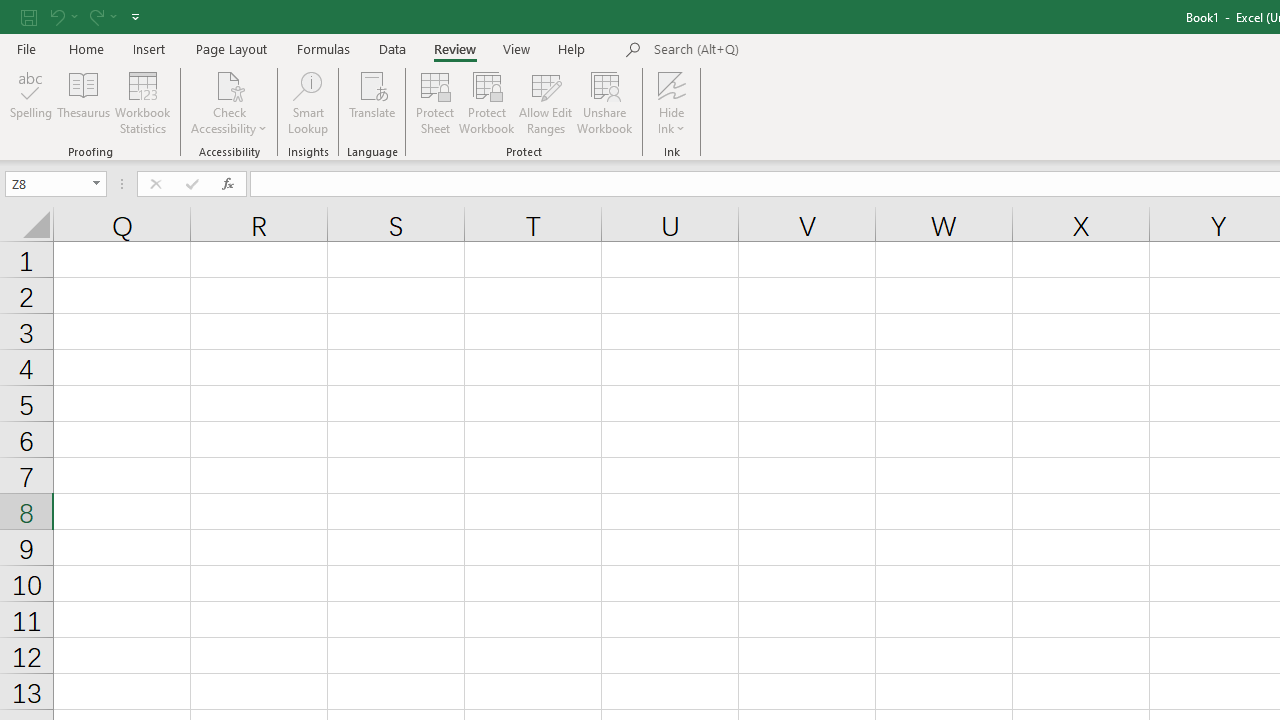  Describe the element at coordinates (307, 103) in the screenshot. I see `'Smart Lookup'` at that location.